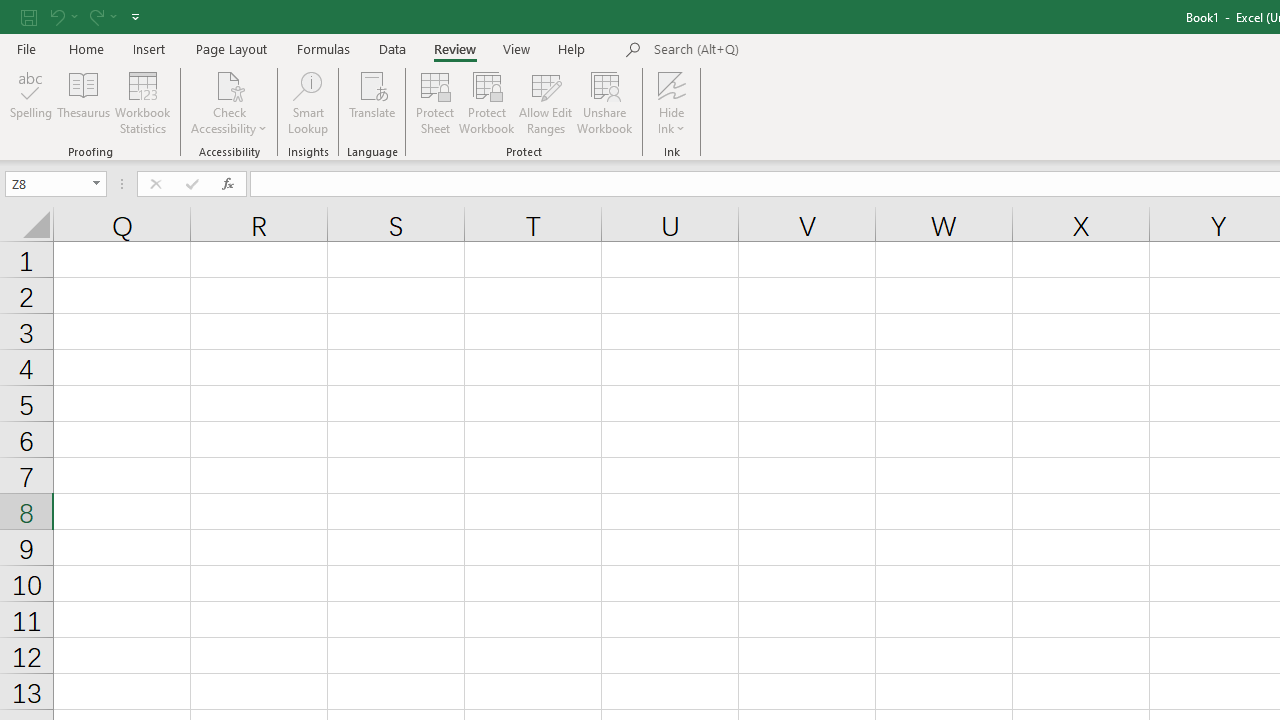  Describe the element at coordinates (307, 103) in the screenshot. I see `'Smart Lookup'` at that location.